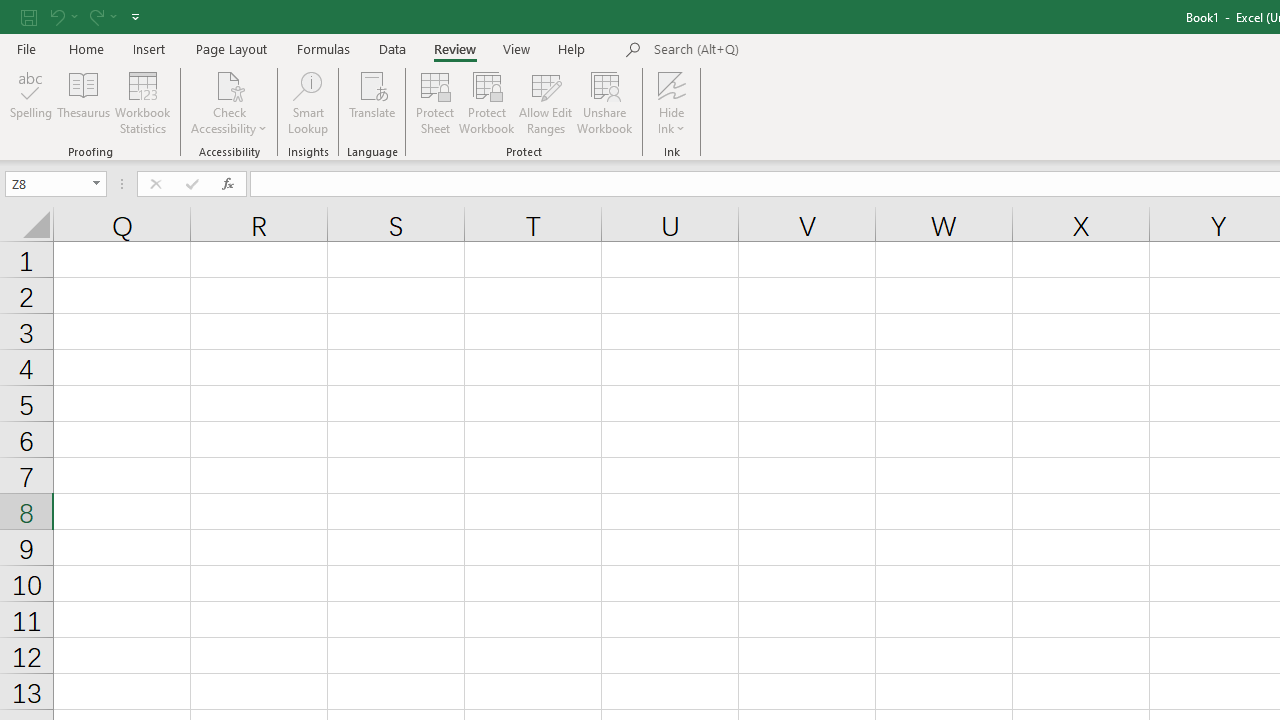  Describe the element at coordinates (307, 103) in the screenshot. I see `'Smart Lookup'` at that location.